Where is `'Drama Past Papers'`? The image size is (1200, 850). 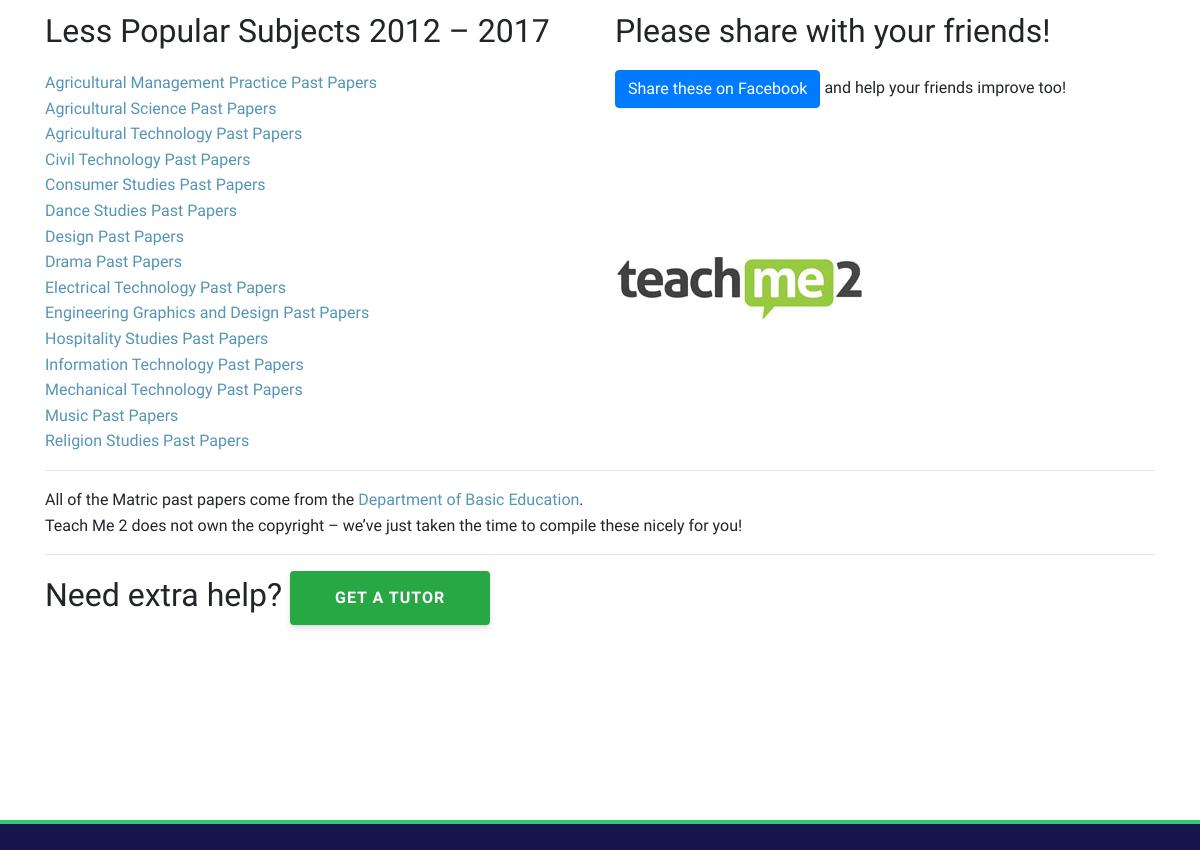
'Drama Past Papers' is located at coordinates (113, 260).